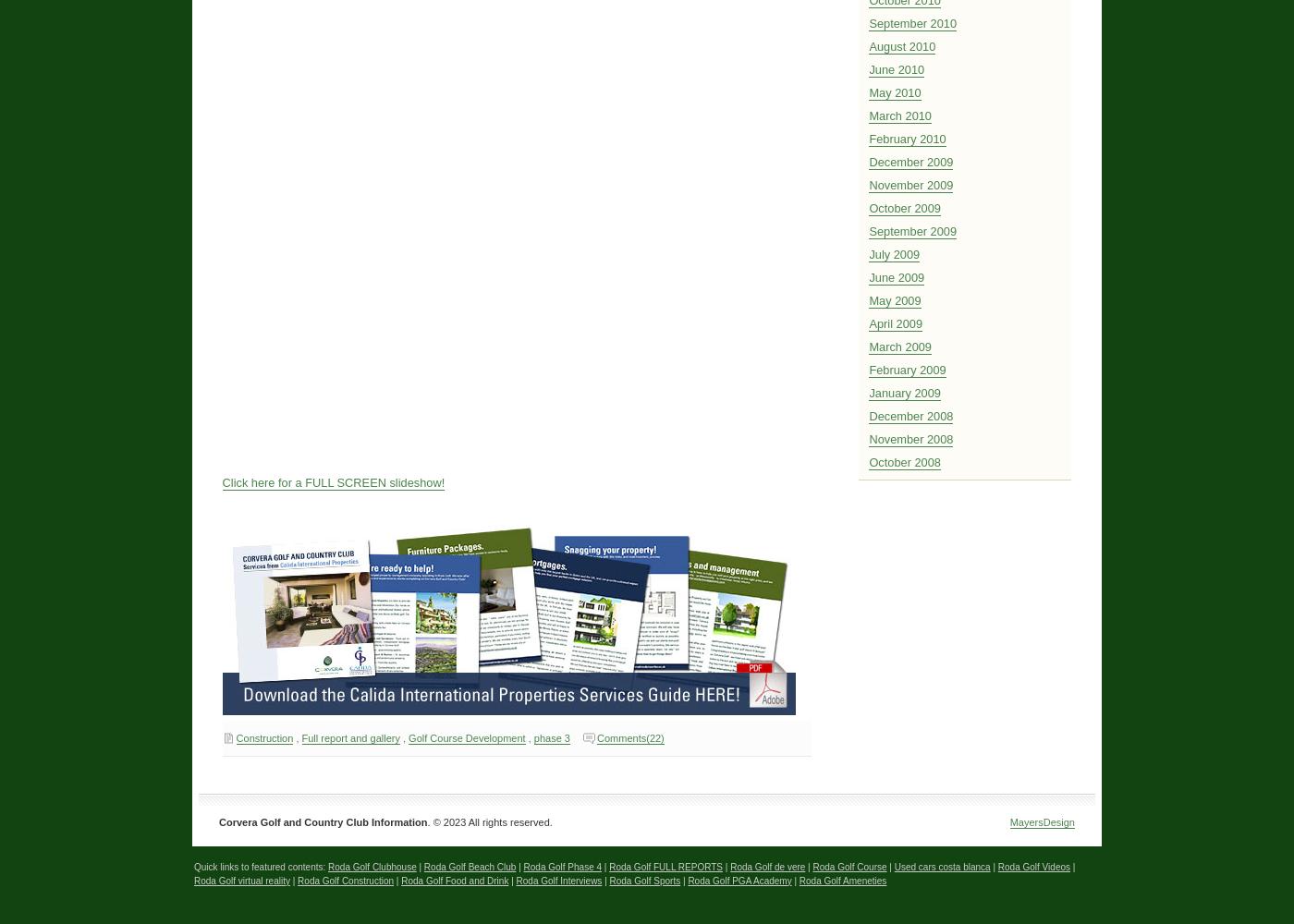 Image resolution: width=1294 pixels, height=924 pixels. I want to click on 'Roda Golf Food and Drink', so click(454, 879).